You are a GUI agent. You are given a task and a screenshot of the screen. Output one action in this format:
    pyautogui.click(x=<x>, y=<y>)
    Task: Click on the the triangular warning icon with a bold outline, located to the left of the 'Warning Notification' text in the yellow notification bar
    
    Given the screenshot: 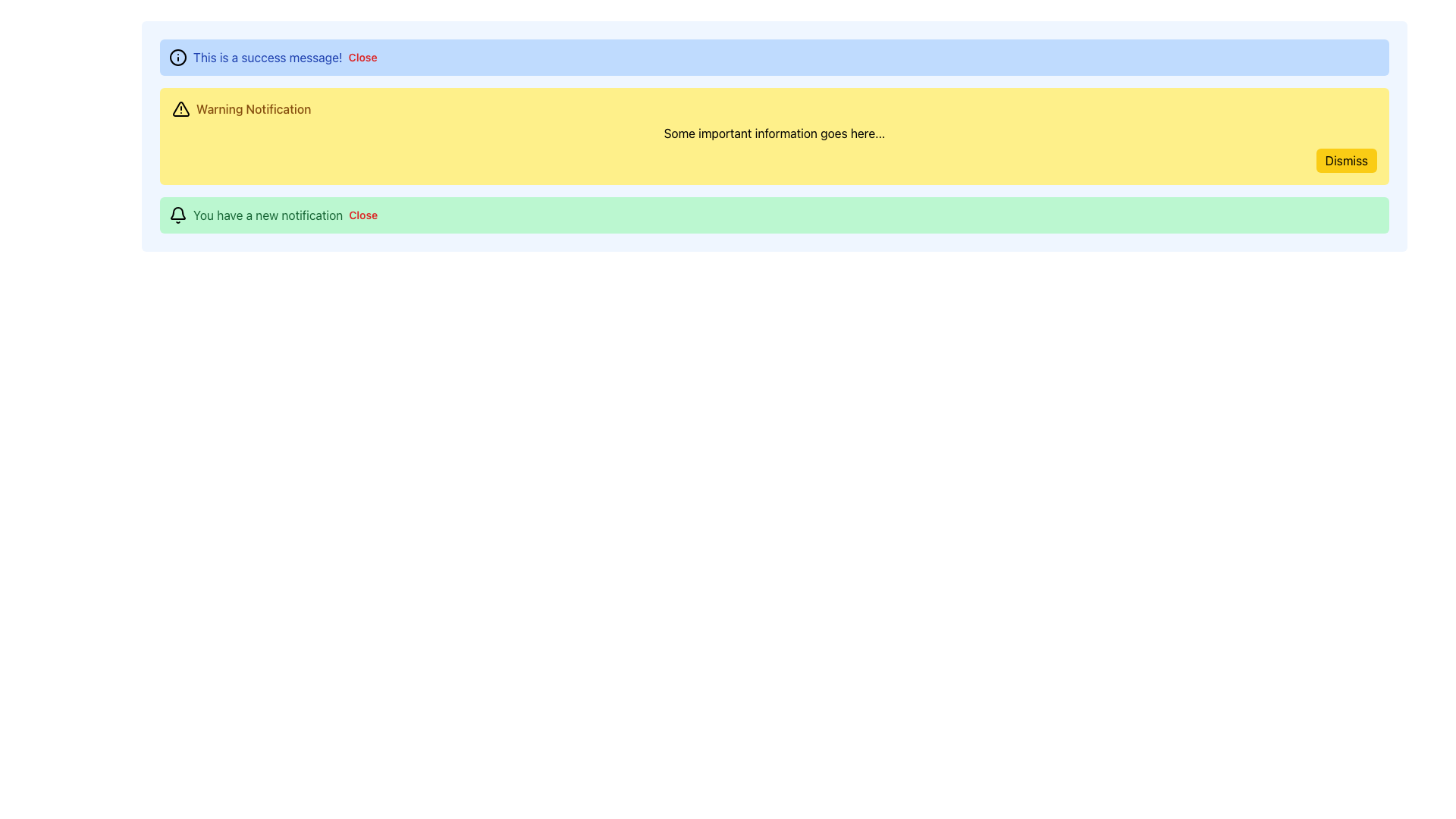 What is the action you would take?
    pyautogui.click(x=181, y=108)
    